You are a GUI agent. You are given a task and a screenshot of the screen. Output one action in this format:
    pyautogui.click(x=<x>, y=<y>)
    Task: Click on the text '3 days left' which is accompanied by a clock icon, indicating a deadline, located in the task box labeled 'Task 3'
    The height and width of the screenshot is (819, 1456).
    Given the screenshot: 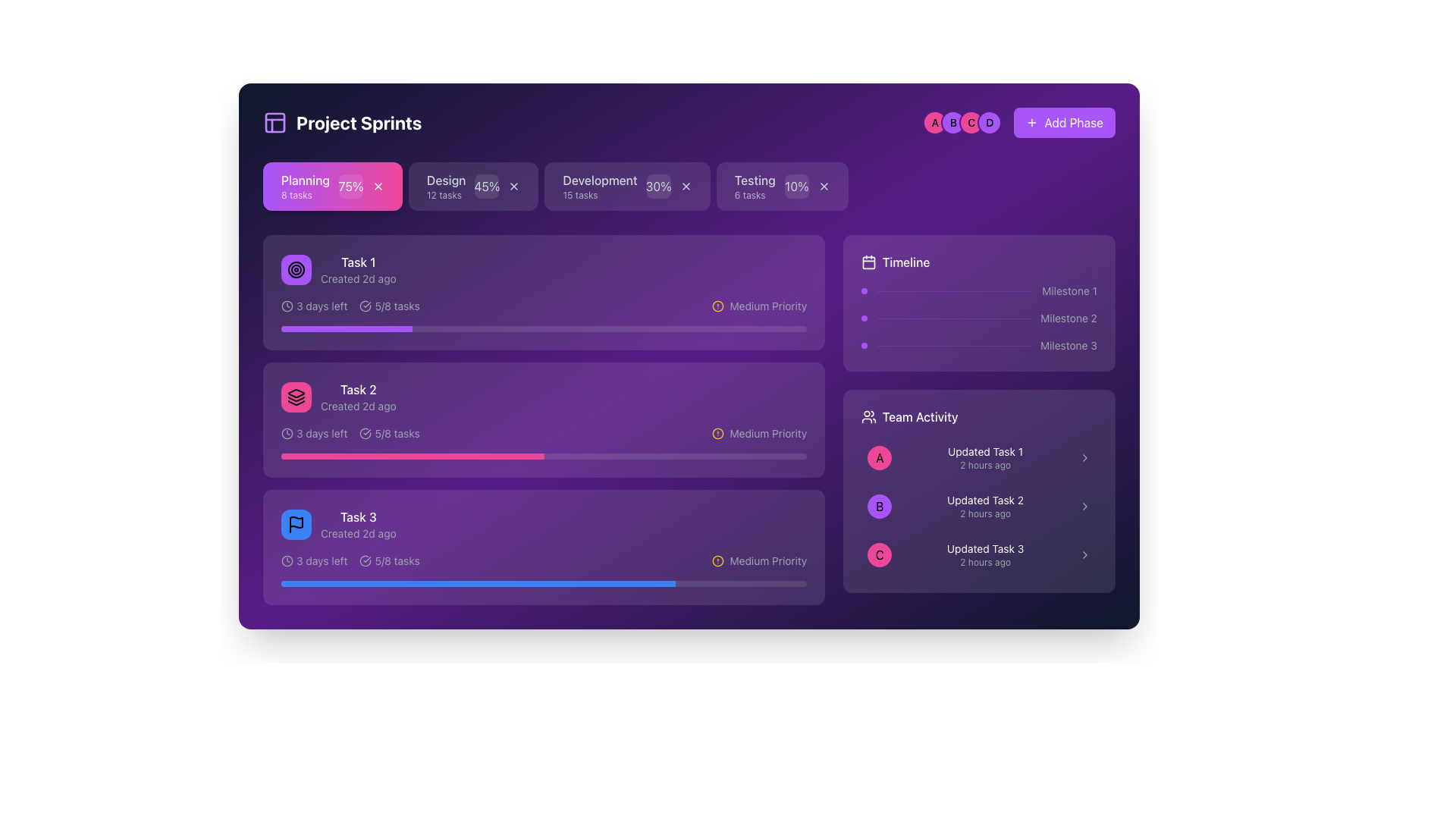 What is the action you would take?
    pyautogui.click(x=313, y=561)
    